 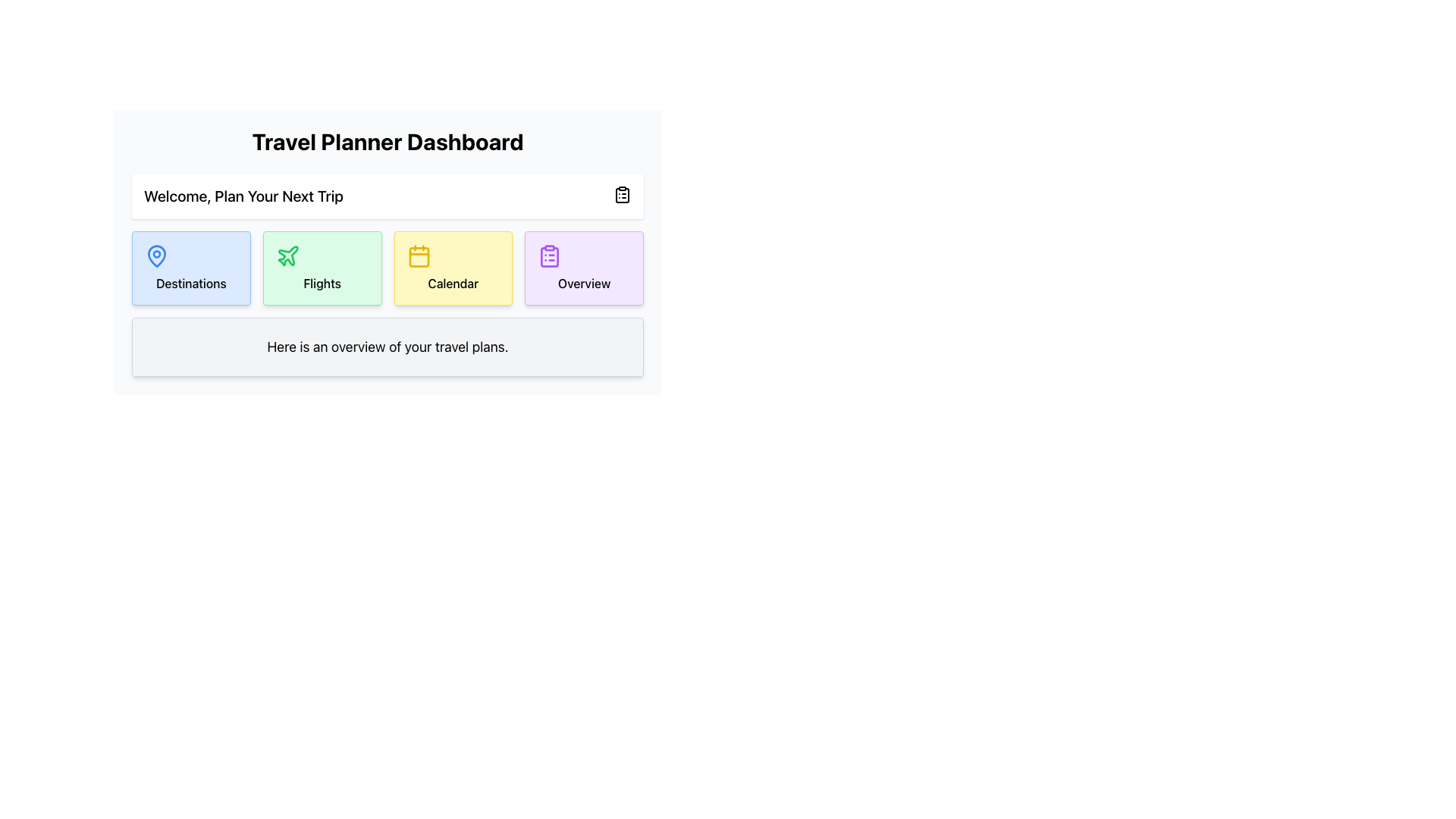 I want to click on the 'Overview' text label located within the fourth card in a row of four interactive cards, positioned below the header 'Welcome, Plan Your Next Trip' and above a paragraph describing travel plans, so click(x=583, y=284).